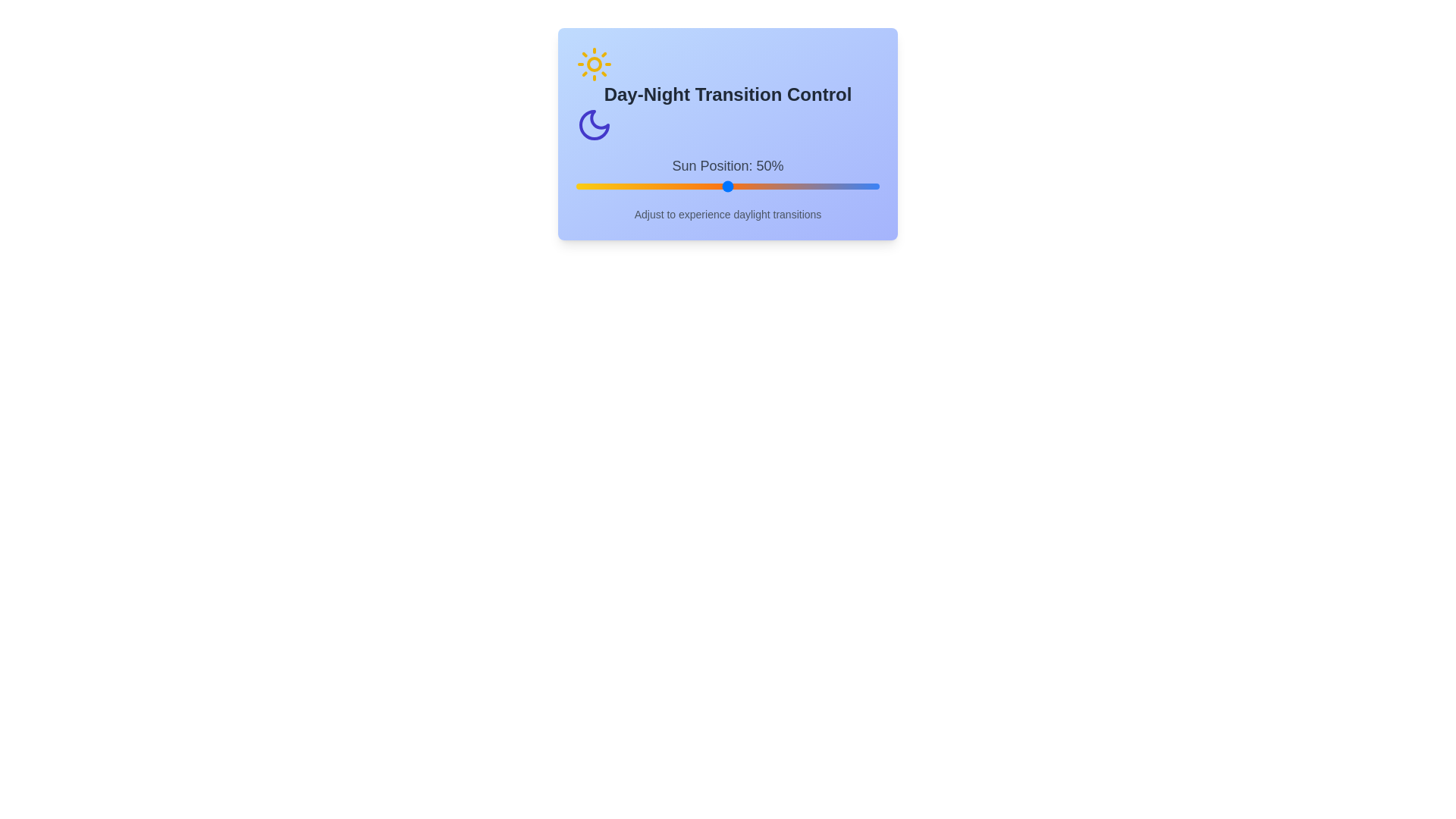 The height and width of the screenshot is (819, 1456). Describe the element at coordinates (852, 186) in the screenshot. I see `the sun position slider to 91%` at that location.